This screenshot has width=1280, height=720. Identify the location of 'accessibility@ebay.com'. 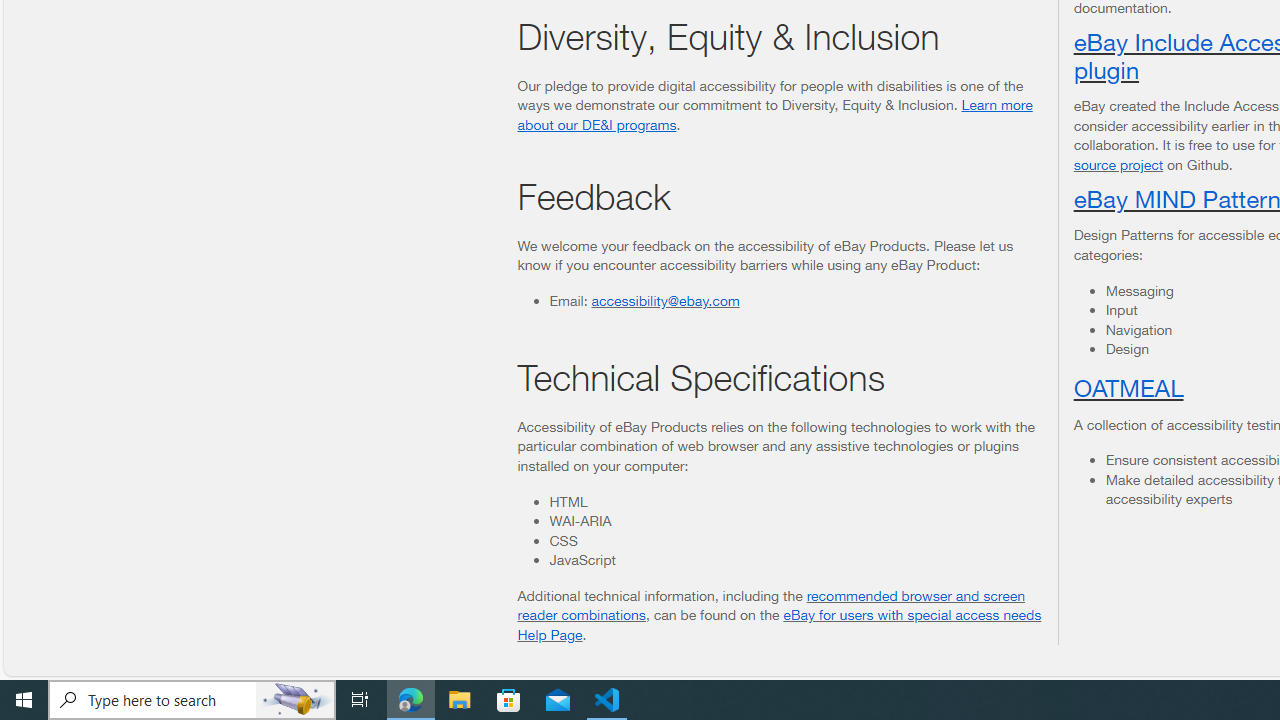
(665, 299).